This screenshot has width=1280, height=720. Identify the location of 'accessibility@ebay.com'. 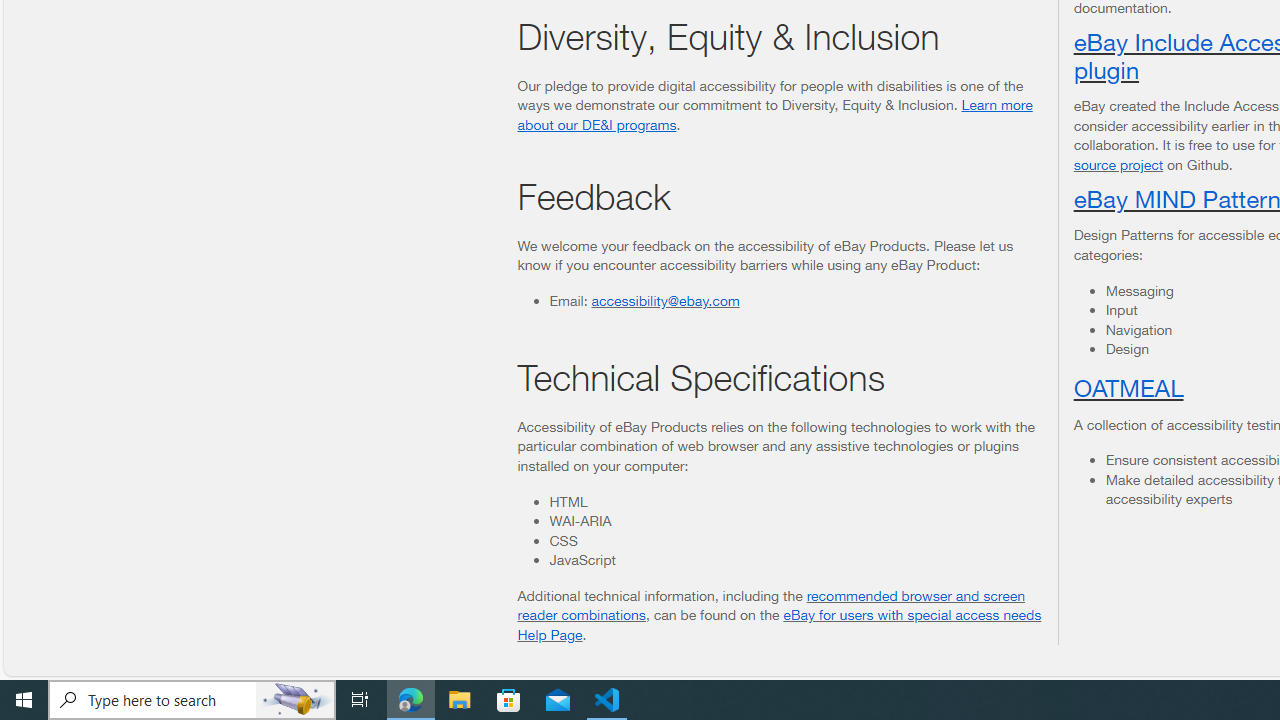
(665, 299).